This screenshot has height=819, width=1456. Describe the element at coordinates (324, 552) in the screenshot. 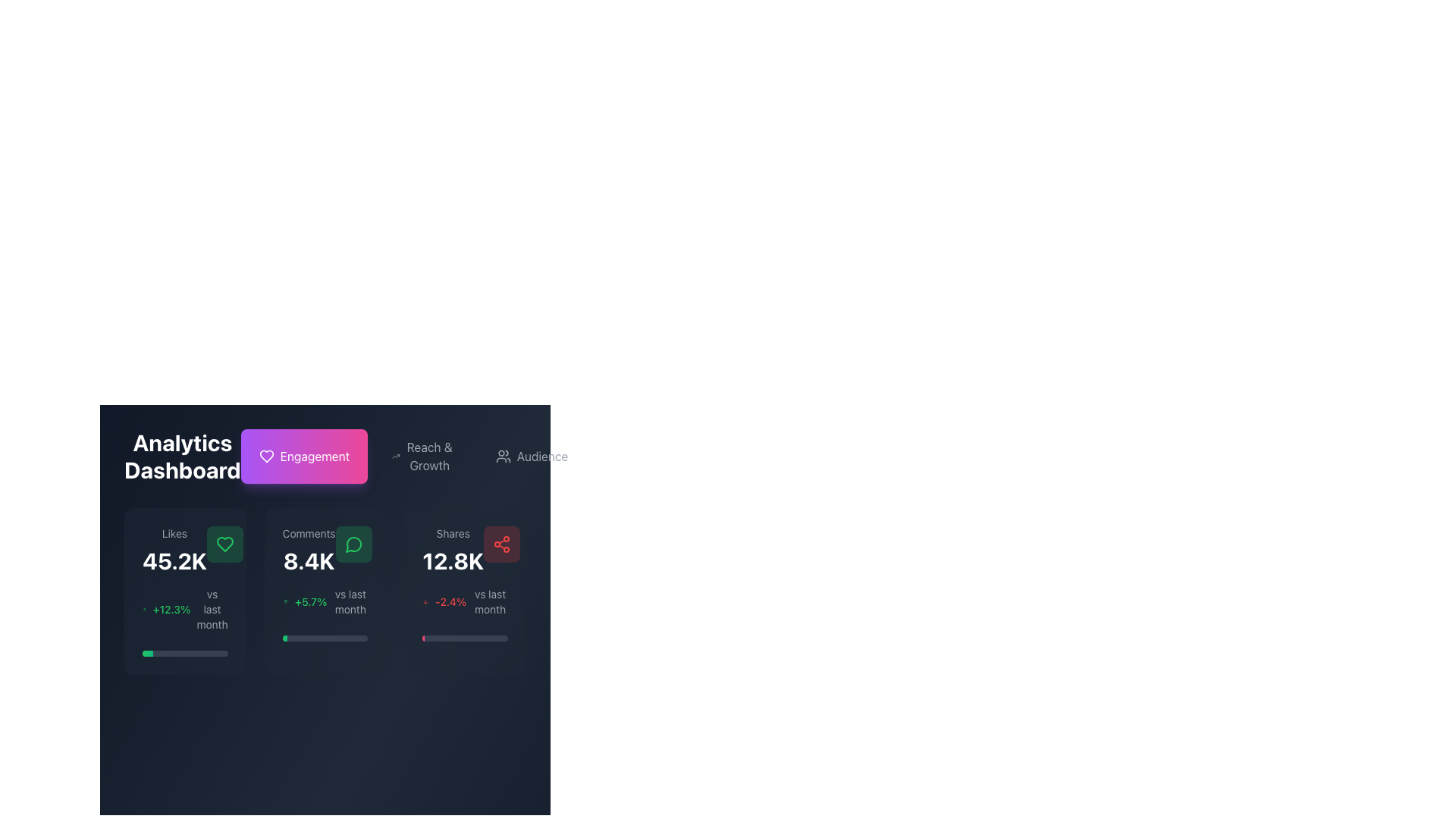

I see `the Data visualization card that displays analytics metrics such as likes, comments, and shares, positioned centrally in the analytics dashboard below the header section` at that location.